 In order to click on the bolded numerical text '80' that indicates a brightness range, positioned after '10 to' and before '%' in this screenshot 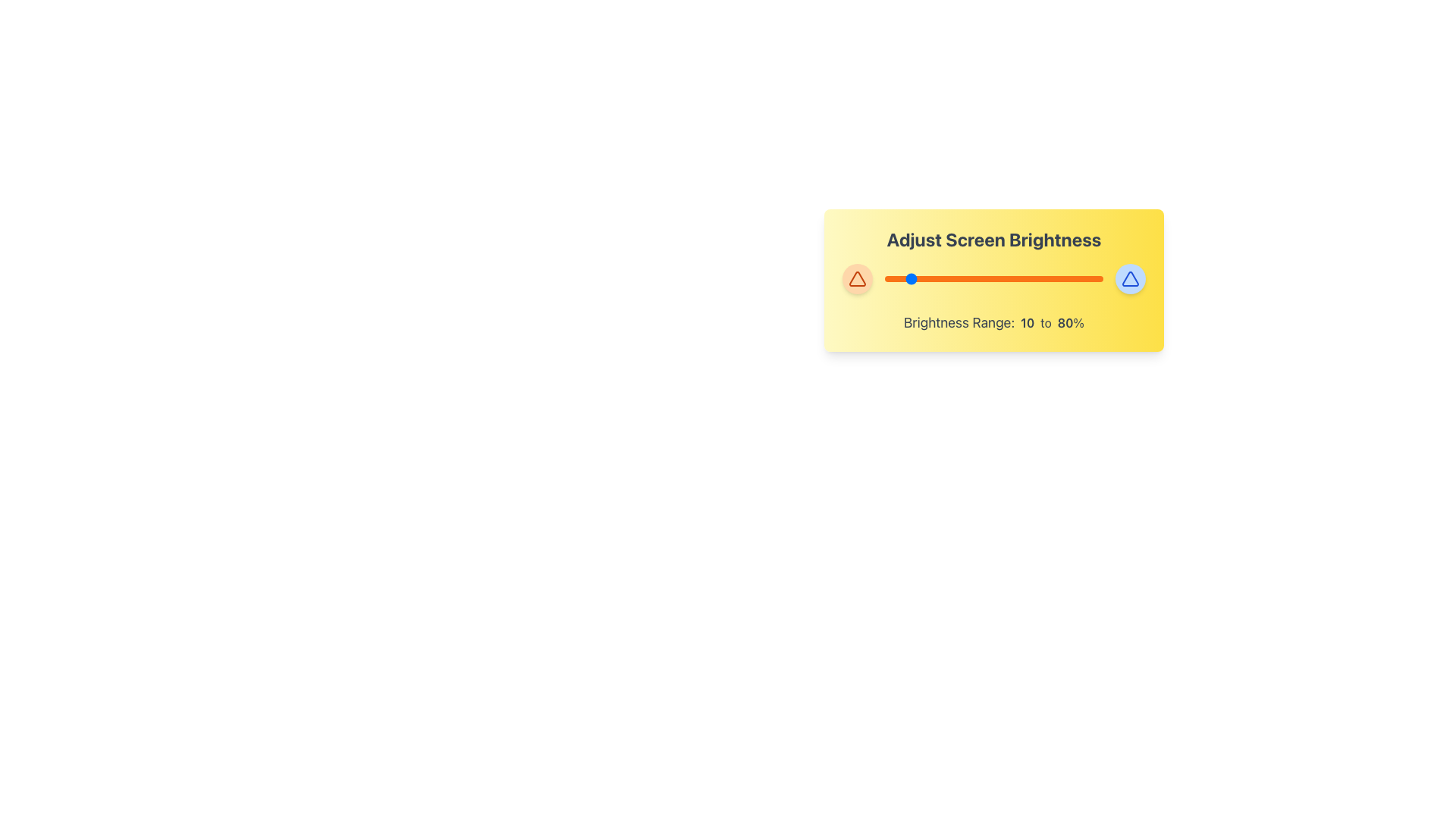, I will do `click(1065, 322)`.